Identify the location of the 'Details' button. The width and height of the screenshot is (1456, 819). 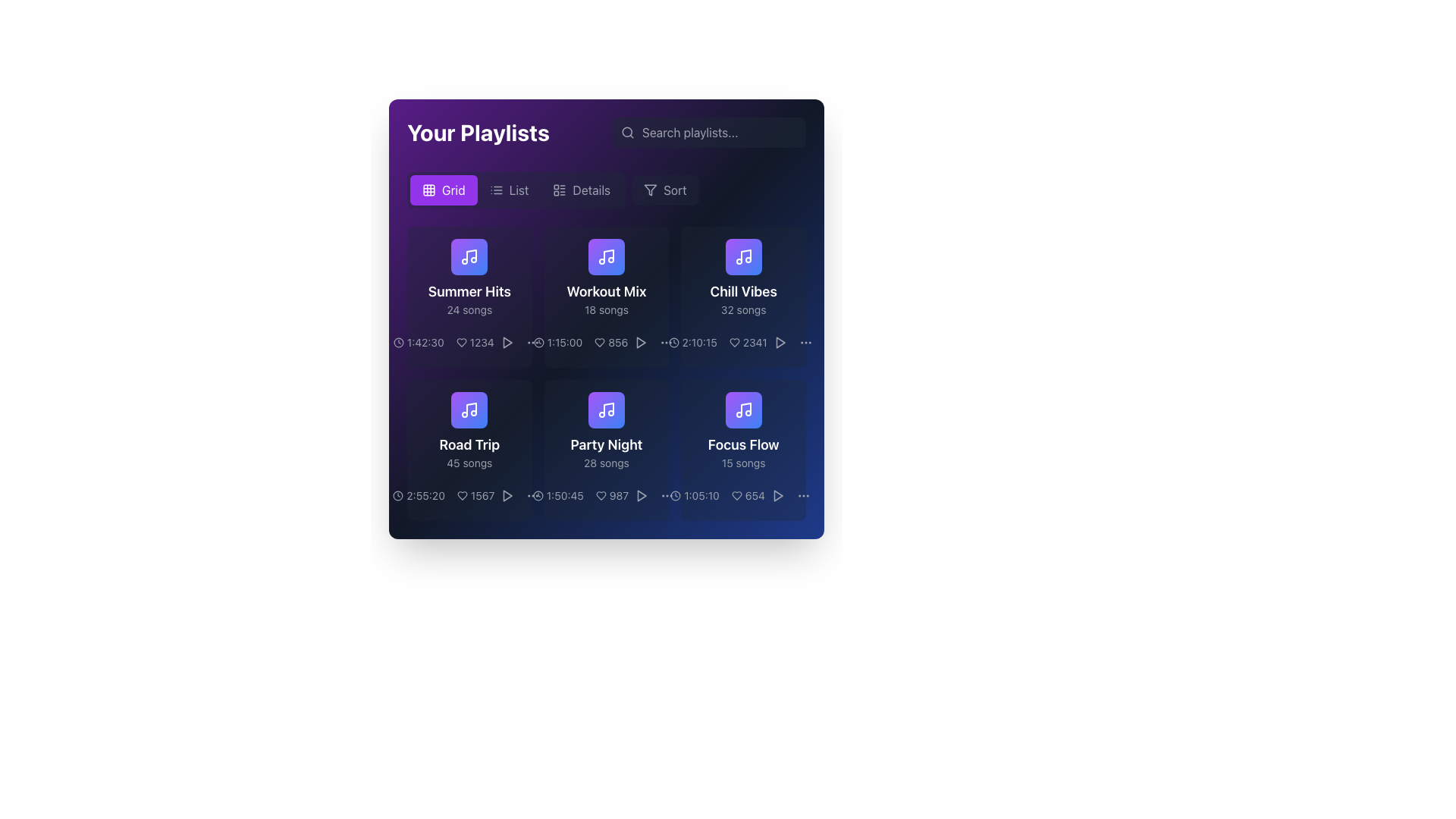
(607, 189).